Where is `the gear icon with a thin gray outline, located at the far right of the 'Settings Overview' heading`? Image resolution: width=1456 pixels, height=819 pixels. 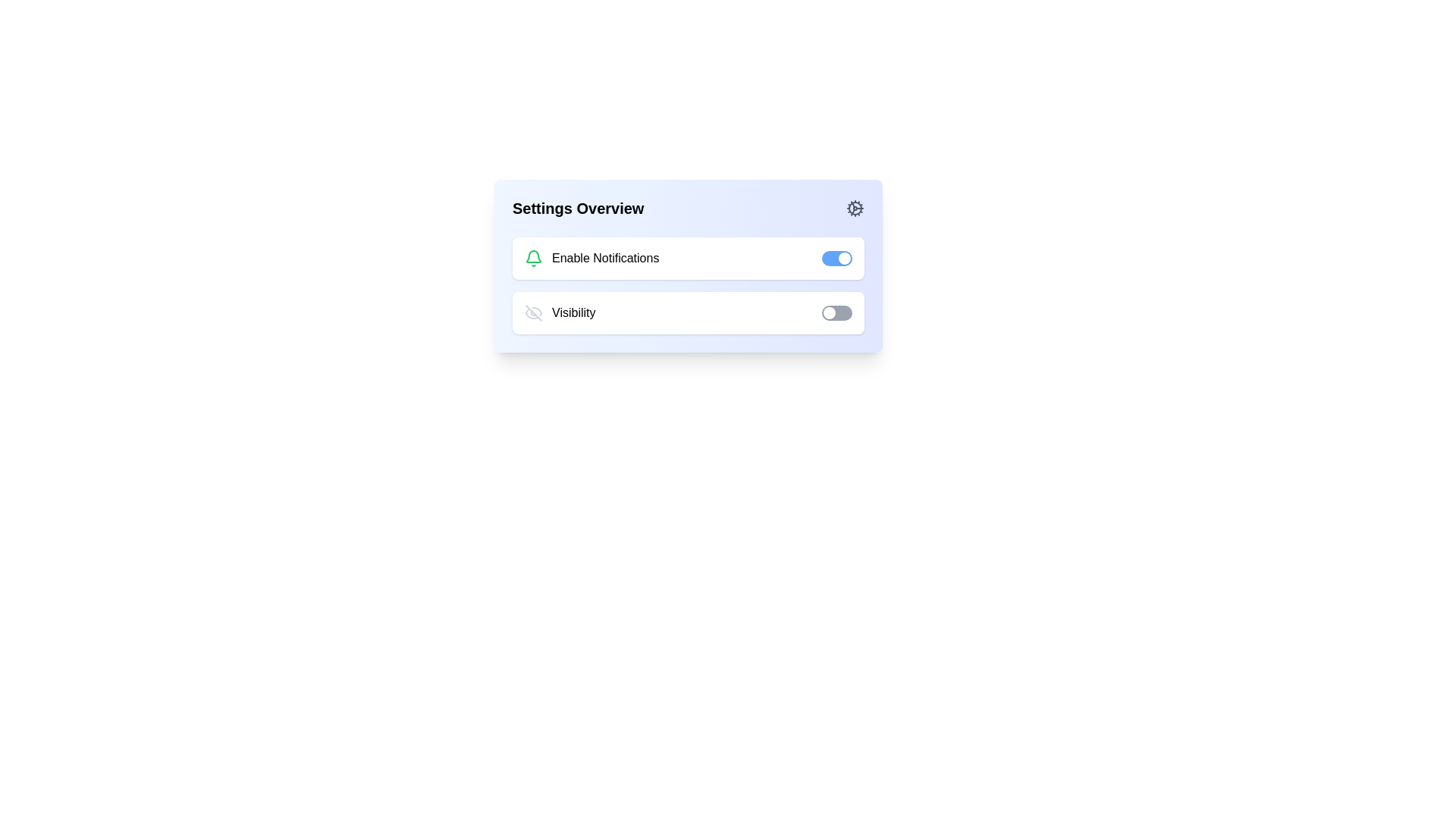 the gear icon with a thin gray outline, located at the far right of the 'Settings Overview' heading is located at coordinates (855, 208).